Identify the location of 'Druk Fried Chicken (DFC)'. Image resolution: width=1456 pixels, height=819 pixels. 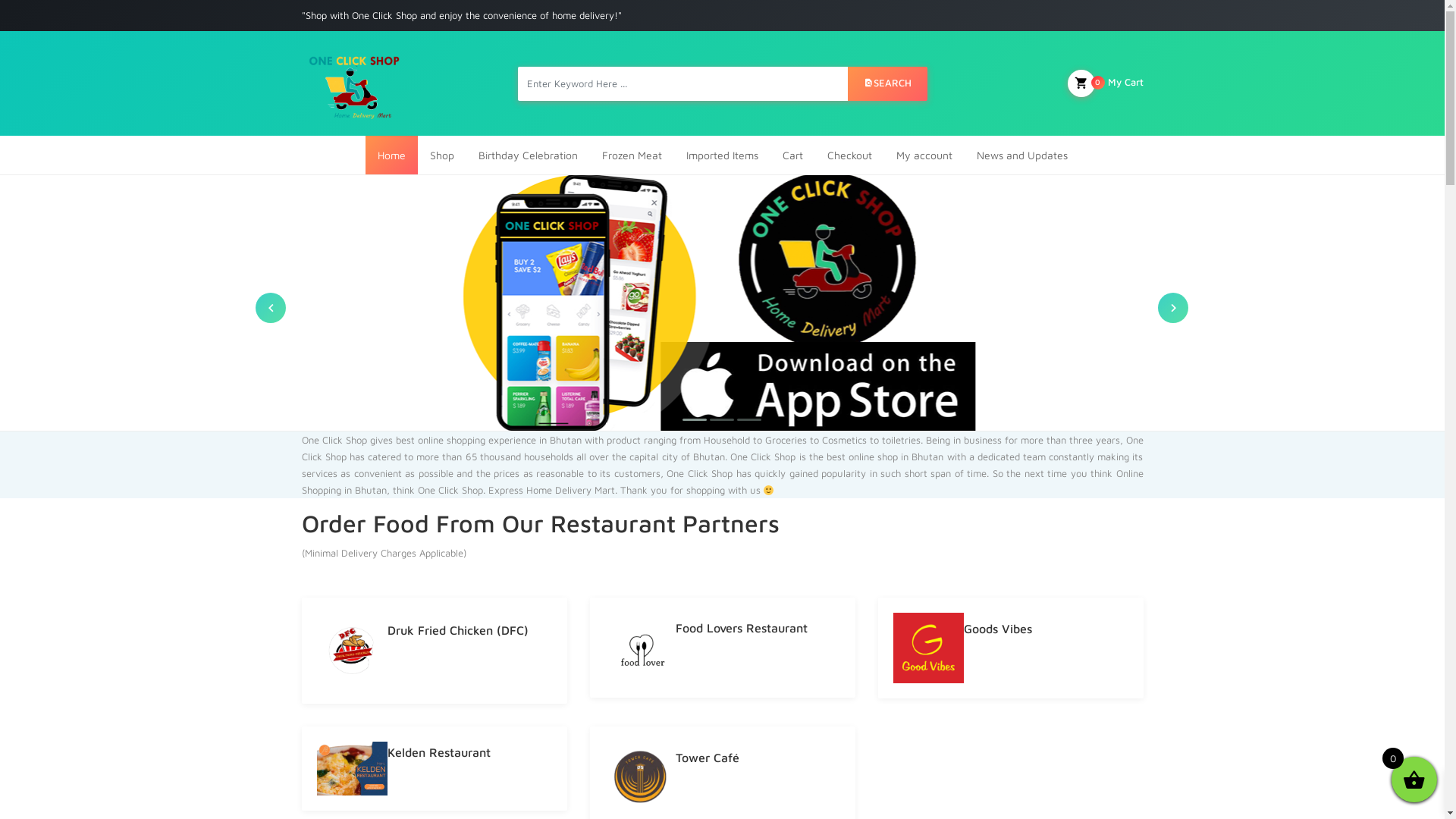
(457, 633).